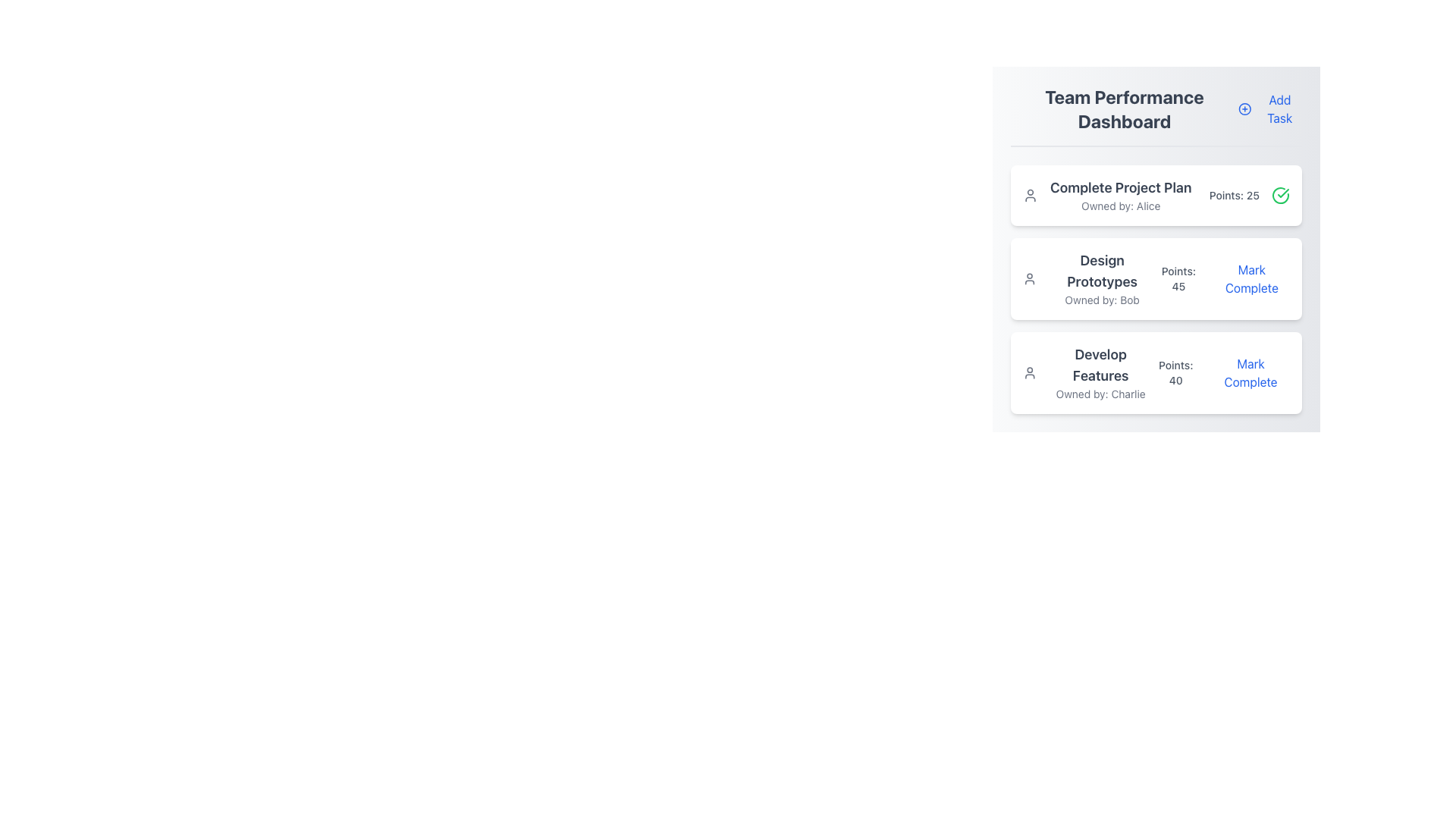 Image resolution: width=1456 pixels, height=819 pixels. I want to click on the static text displaying 'Points: 45' within the 'Design Prototypes' section of the 'Team Performance Dashboard', so click(1178, 278).